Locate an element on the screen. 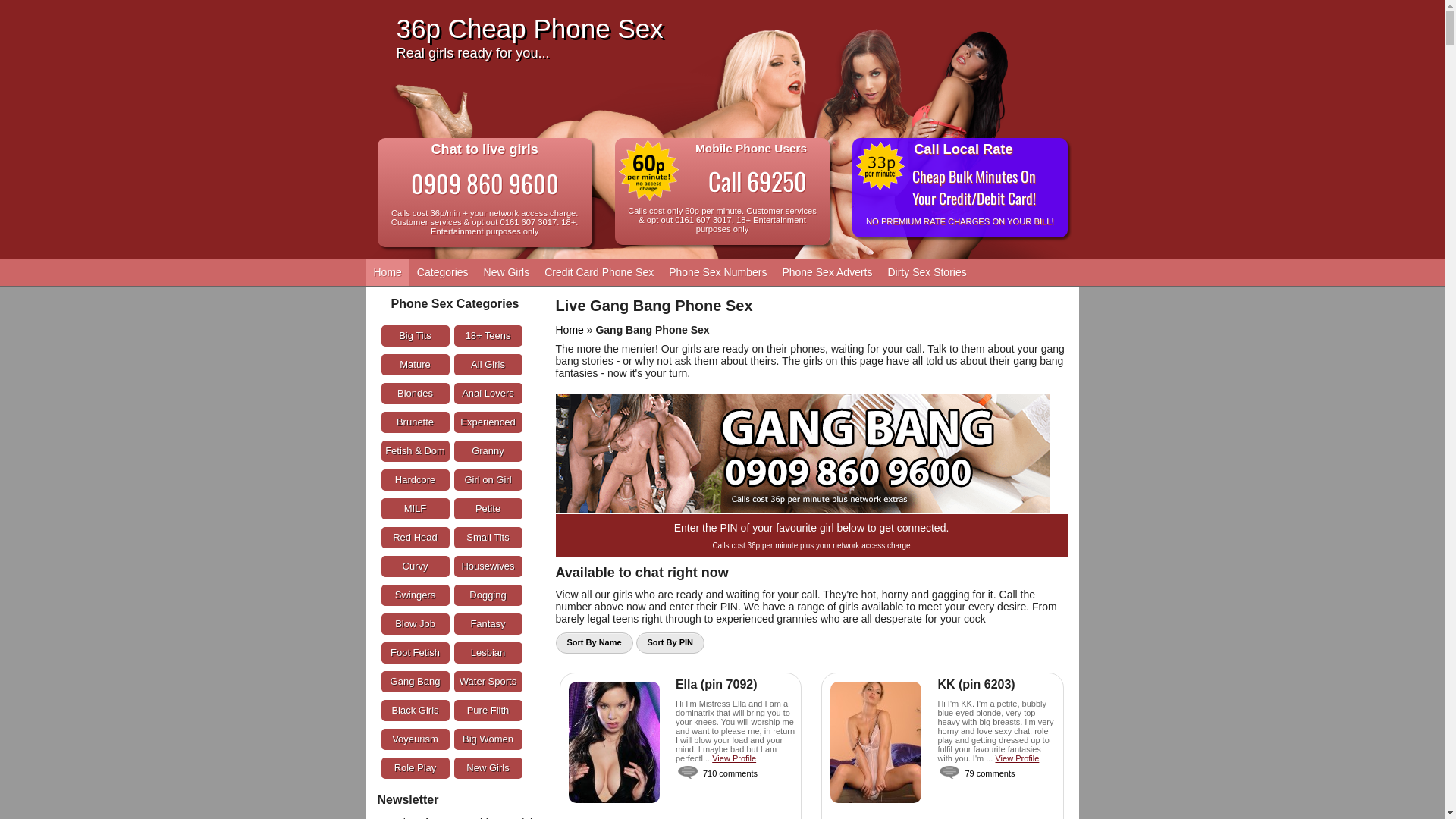  'Categories' is located at coordinates (442, 271).